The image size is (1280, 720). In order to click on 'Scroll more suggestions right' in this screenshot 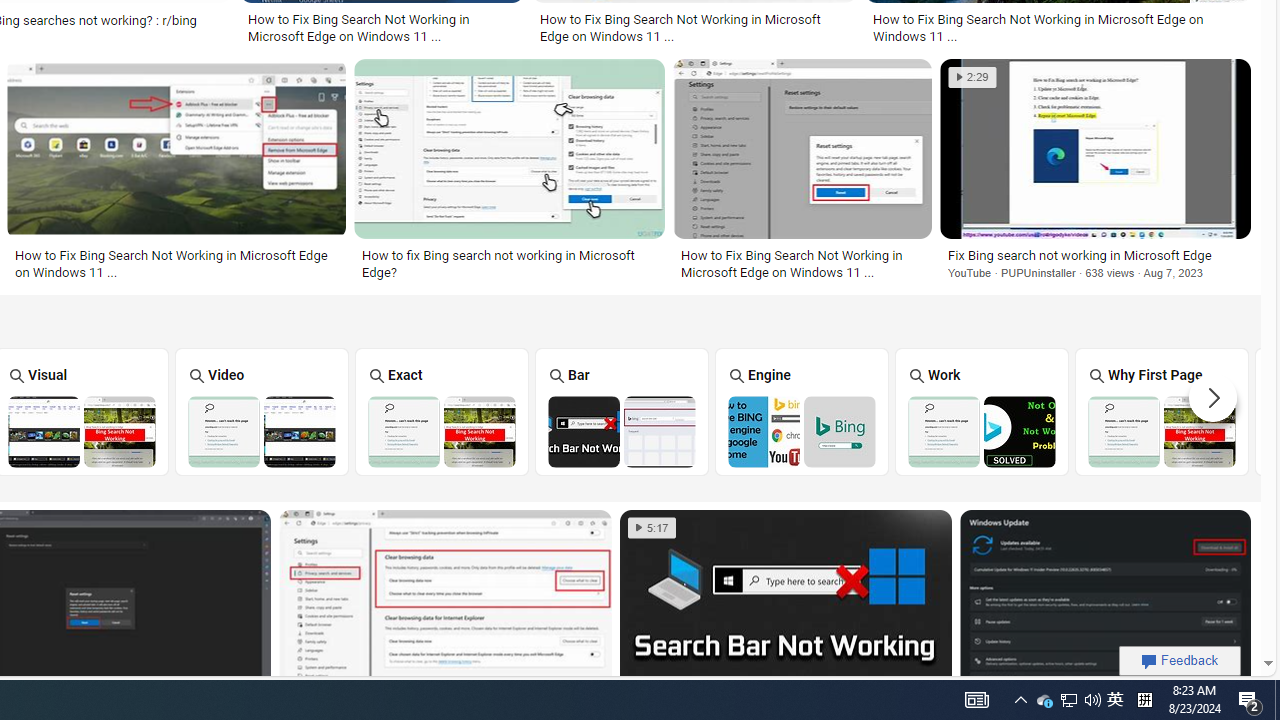, I will do `click(1212, 398)`.